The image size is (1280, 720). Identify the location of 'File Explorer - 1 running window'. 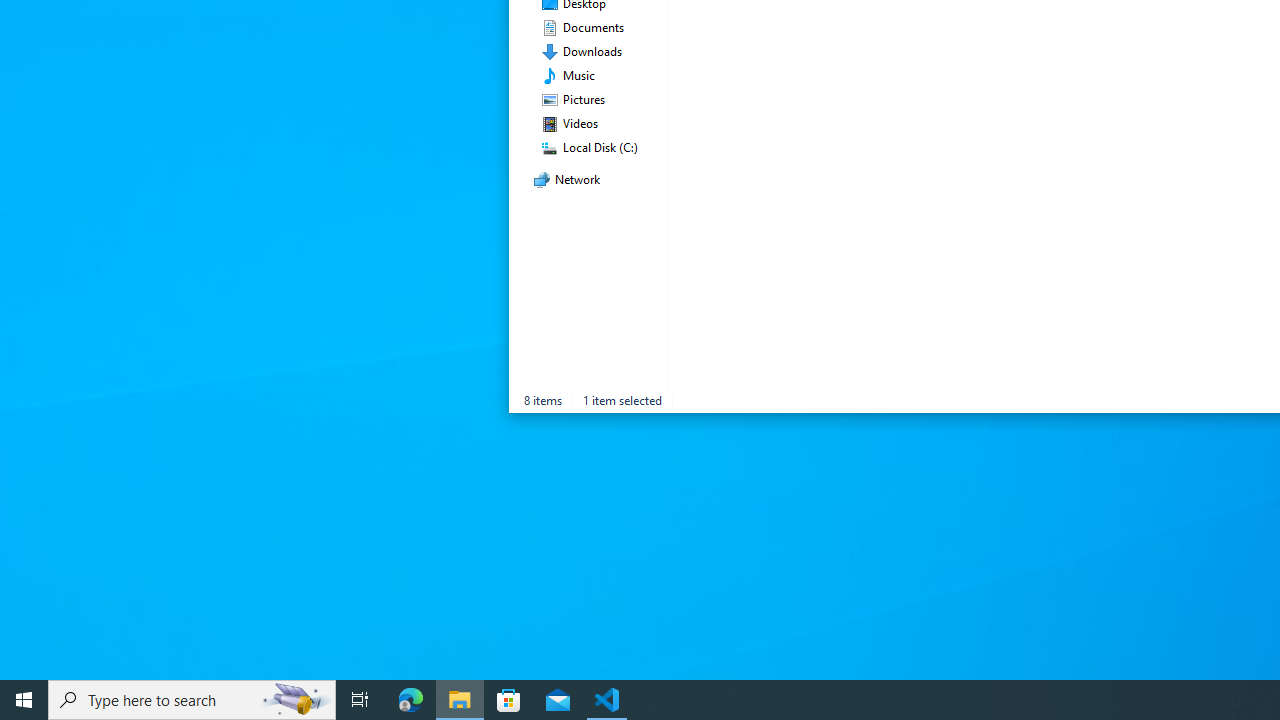
(459, 698).